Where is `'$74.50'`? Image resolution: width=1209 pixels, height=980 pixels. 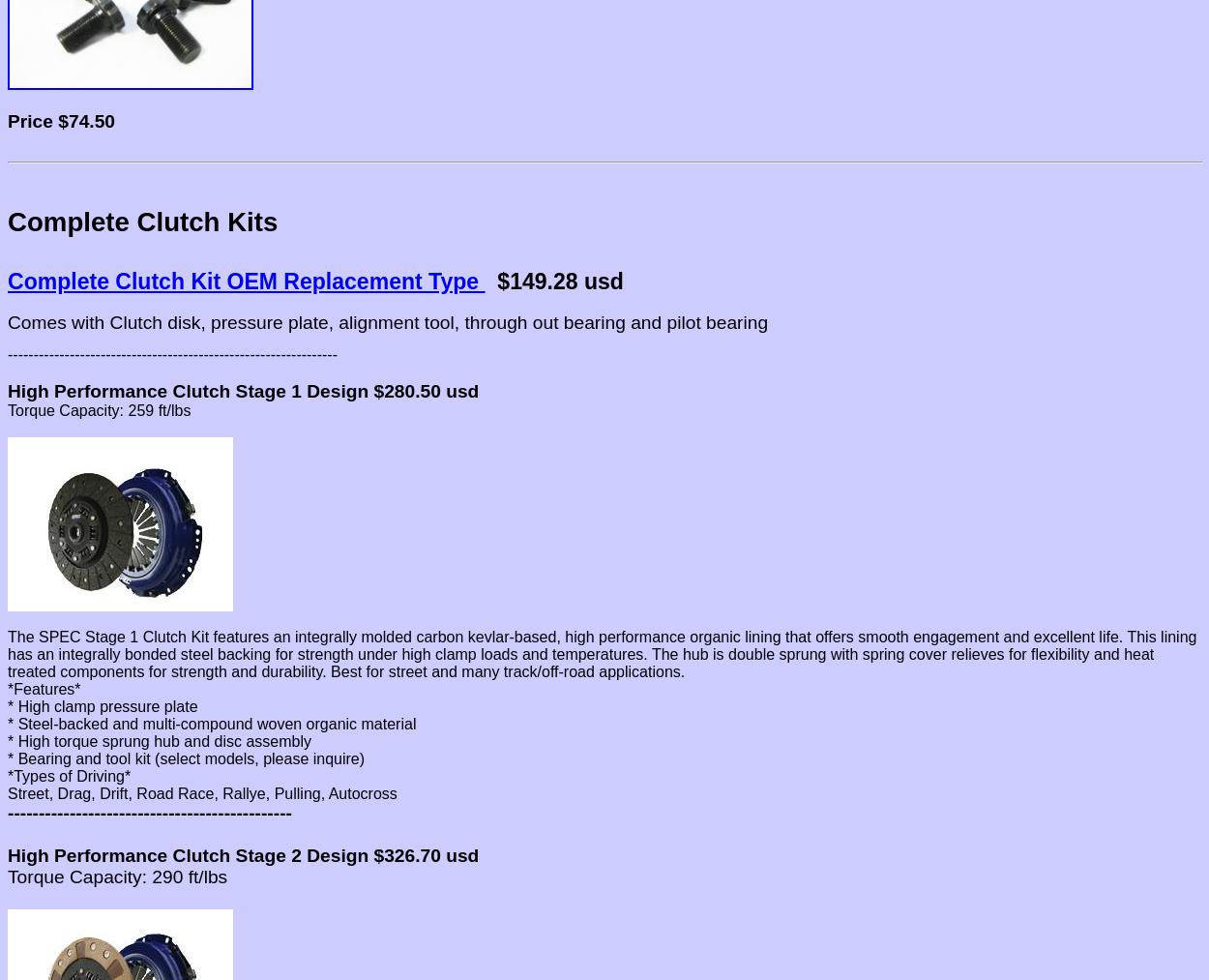
'$74.50' is located at coordinates (58, 121).